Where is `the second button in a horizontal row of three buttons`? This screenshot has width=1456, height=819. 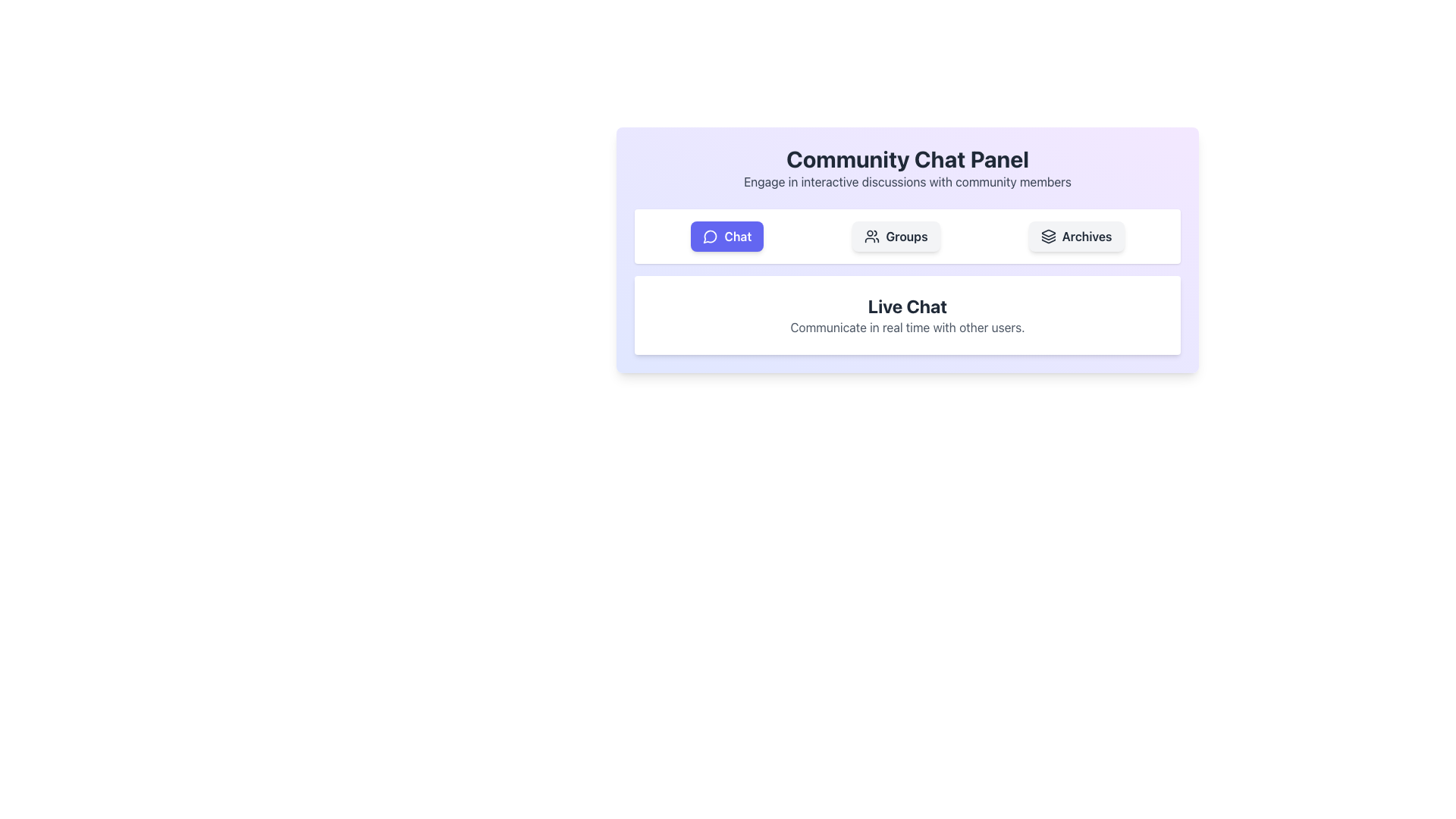 the second button in a horizontal row of three buttons is located at coordinates (896, 237).